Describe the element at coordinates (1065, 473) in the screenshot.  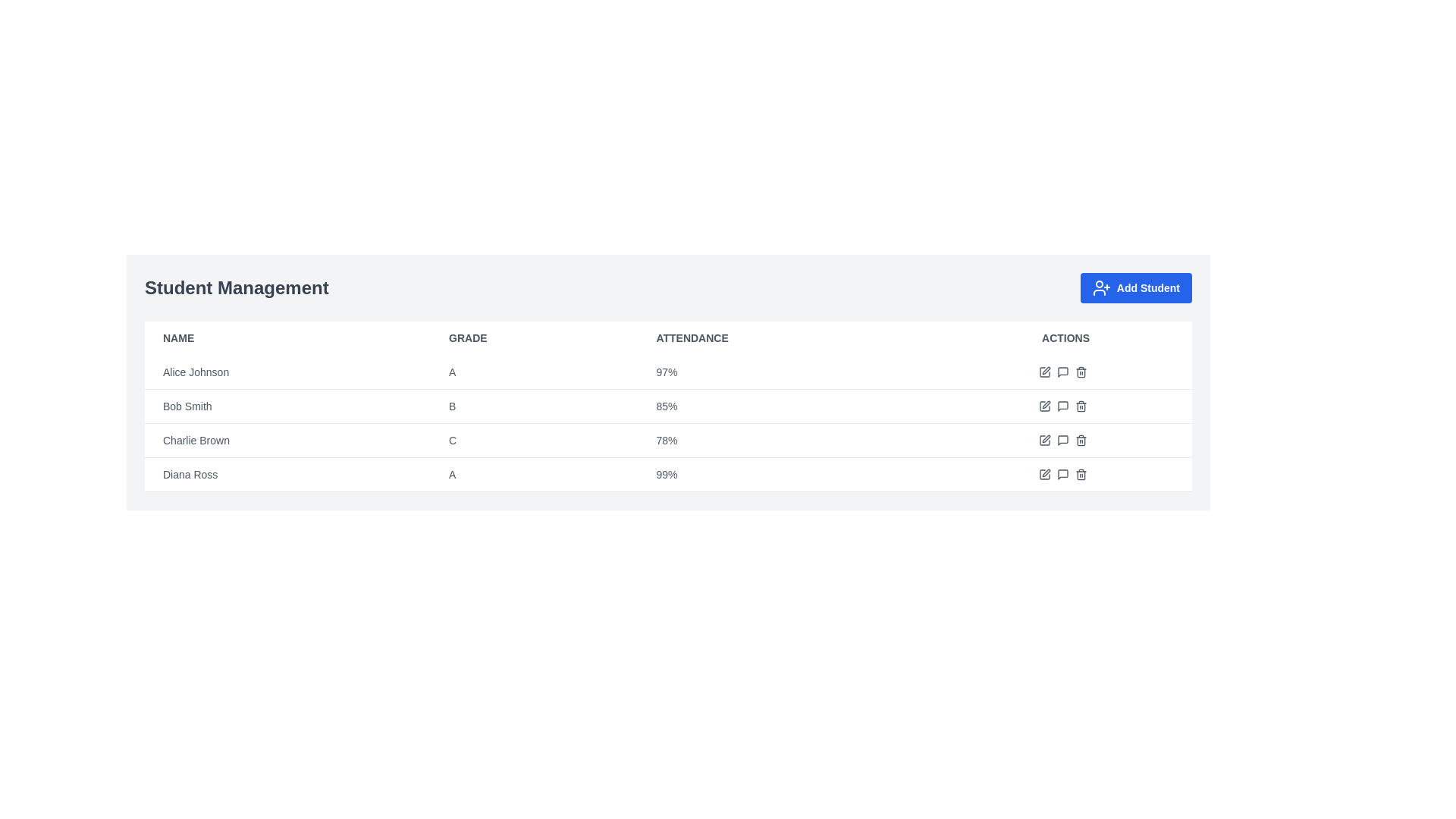
I see `the middle action icon` at that location.